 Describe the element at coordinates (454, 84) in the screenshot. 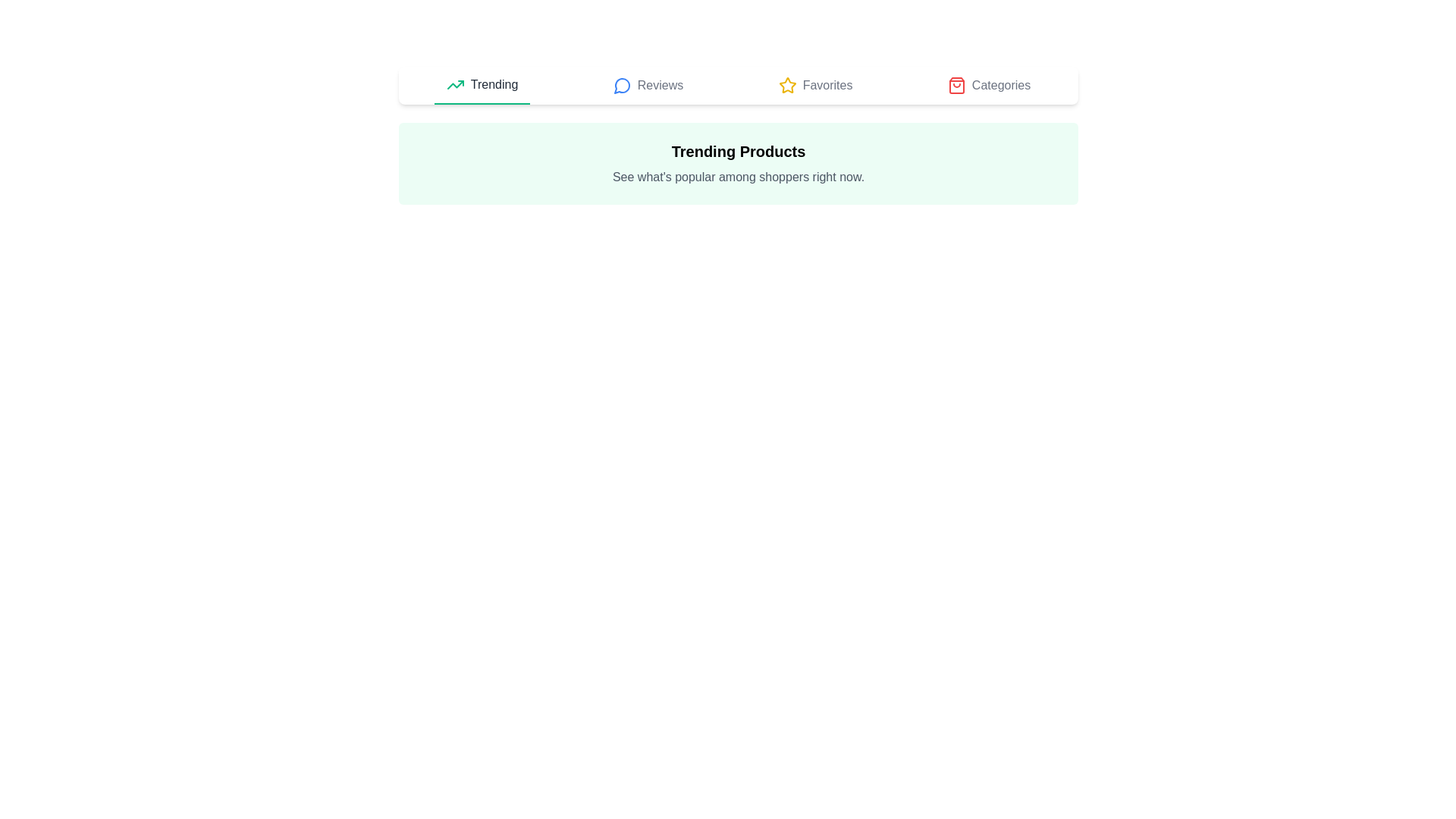

I see `the leftmost segment of the trending upward SVG graphic element in the navigation bar next to the 'Trending' label` at that location.